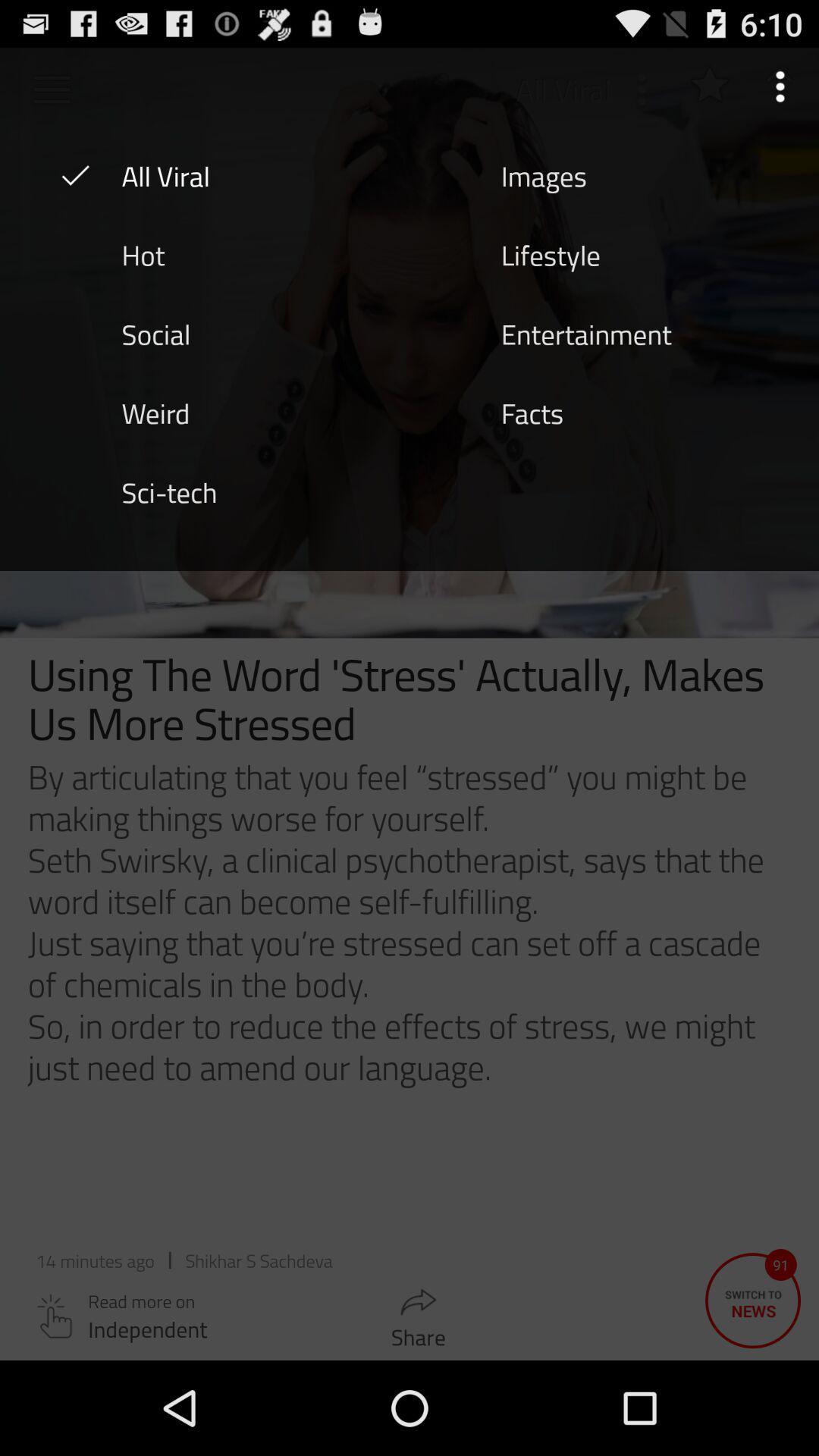  I want to click on icon above sci-tech icon, so click(155, 412).